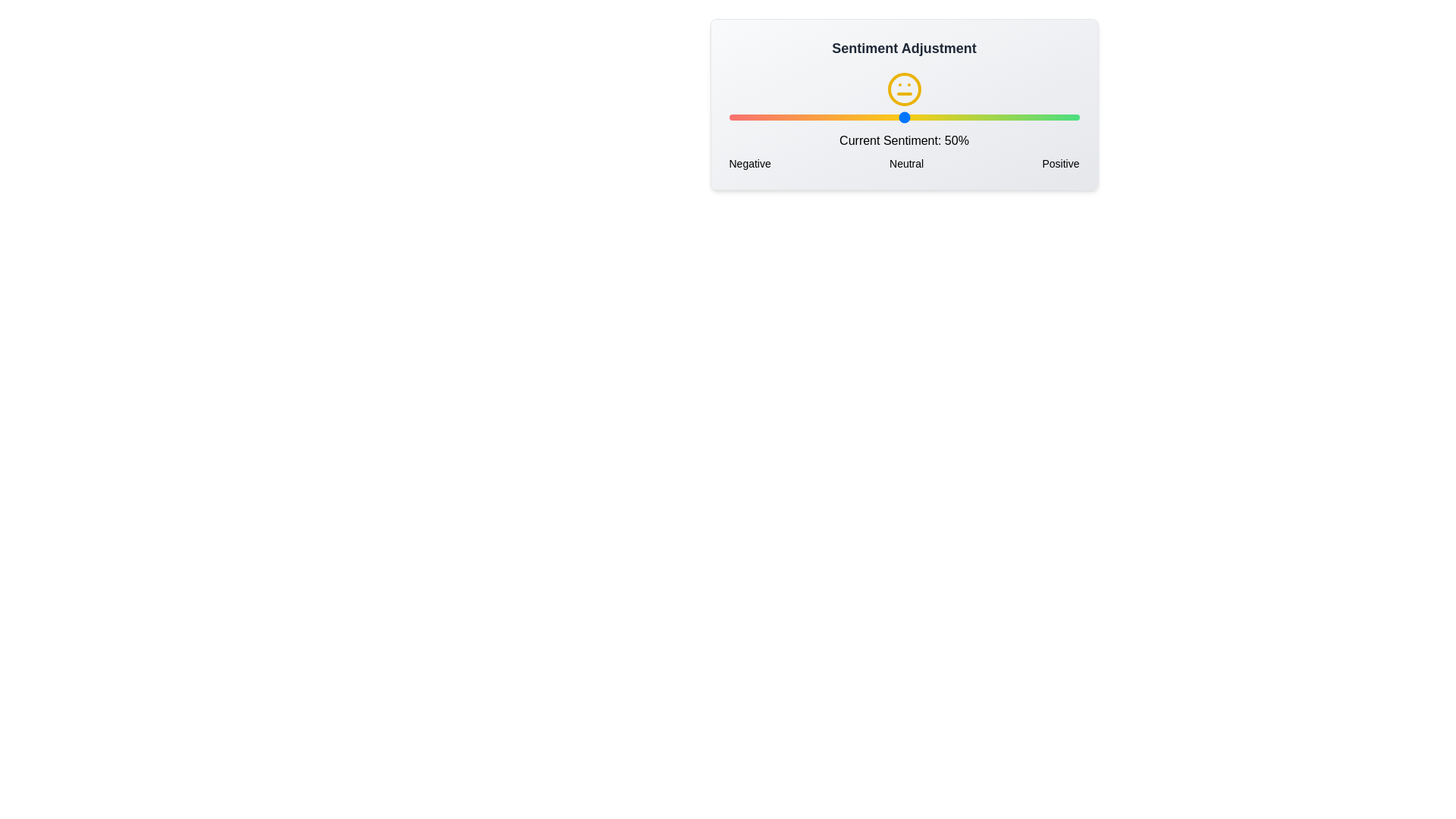 The image size is (1456, 819). What do you see at coordinates (938, 116) in the screenshot?
I see `the sentiment slider to 60%` at bounding box center [938, 116].